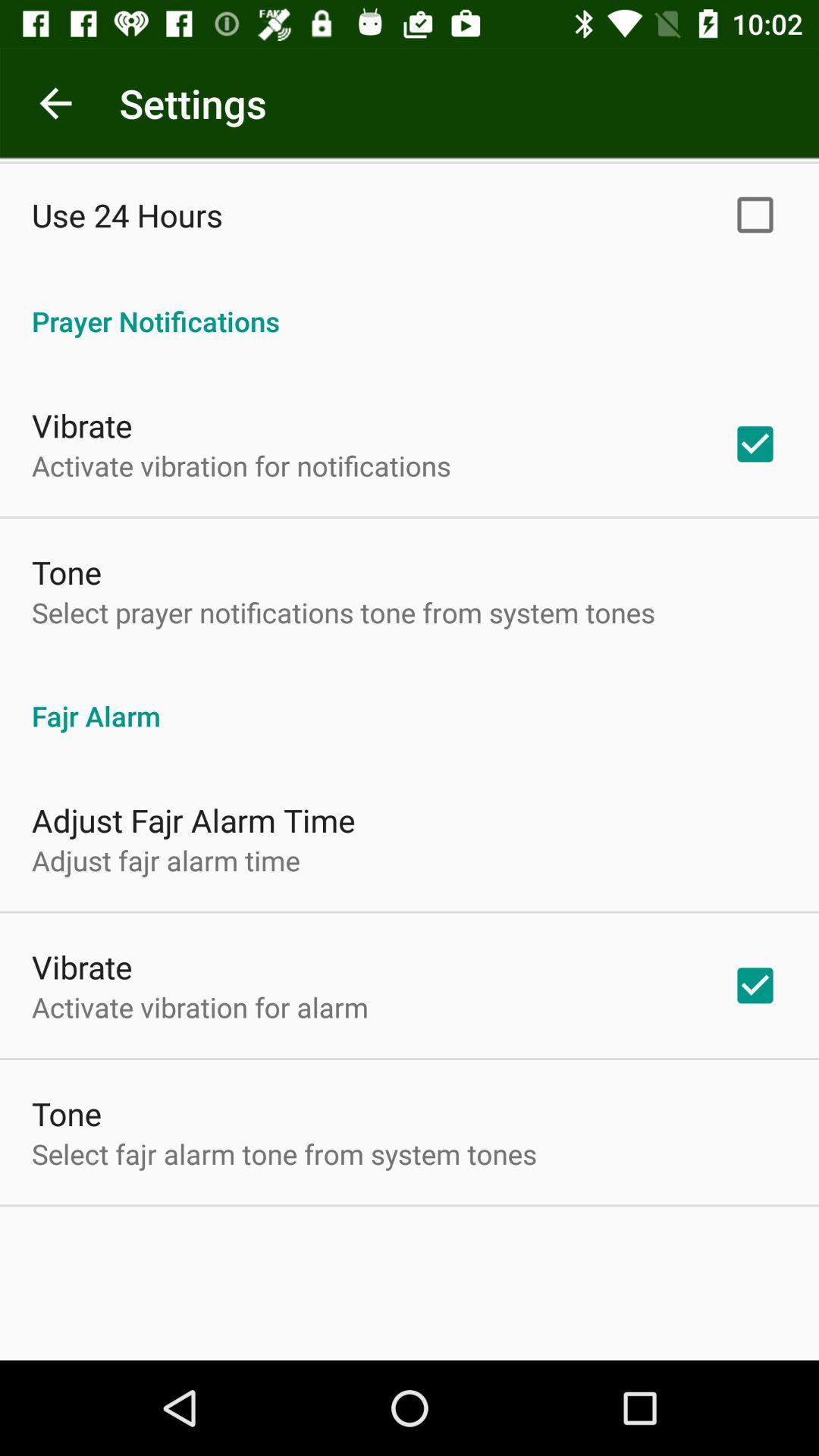 The width and height of the screenshot is (819, 1456). Describe the element at coordinates (55, 102) in the screenshot. I see `item above the use 24 hours` at that location.